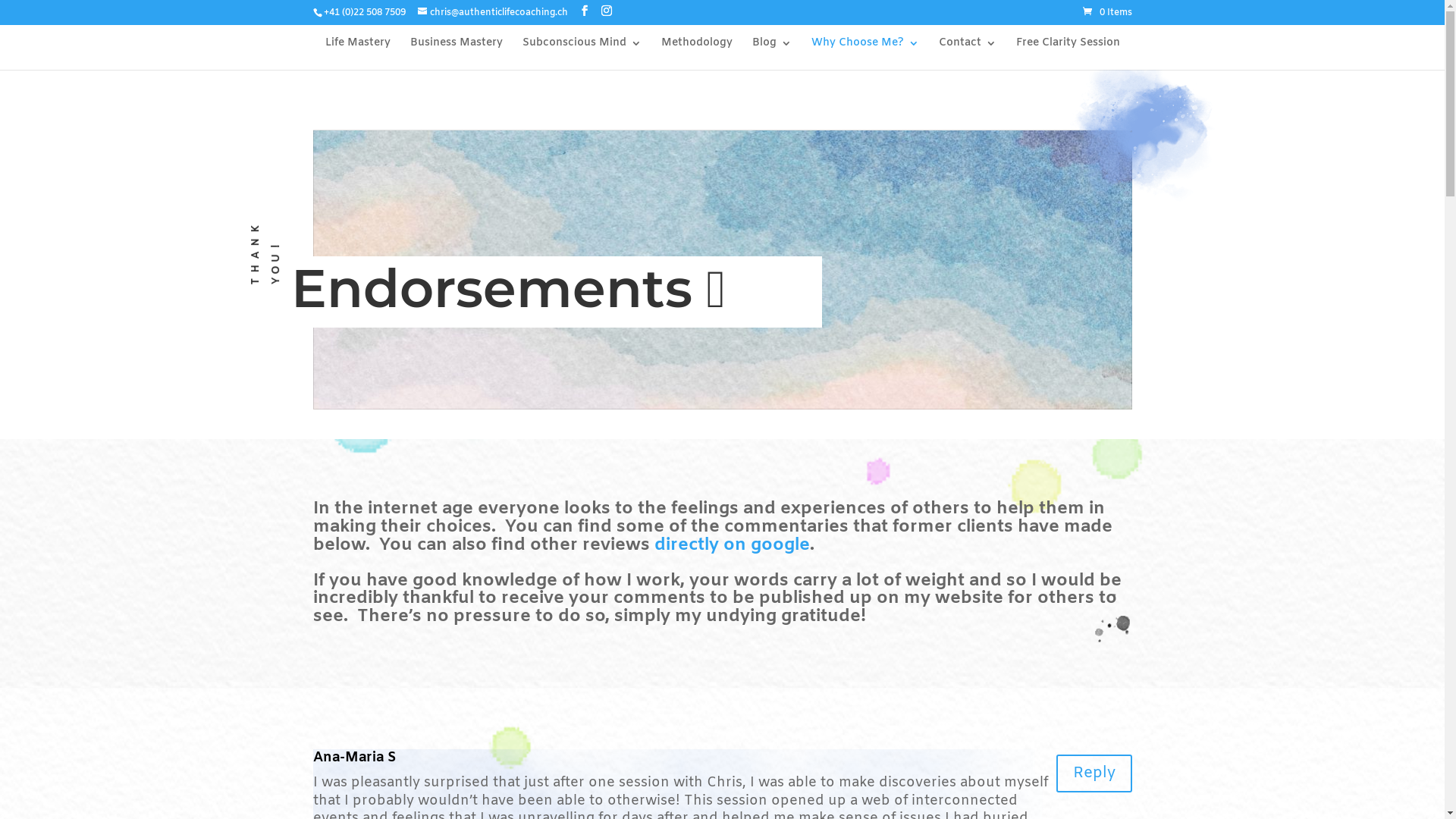  Describe the element at coordinates (731, 544) in the screenshot. I see `'directly on google'` at that location.